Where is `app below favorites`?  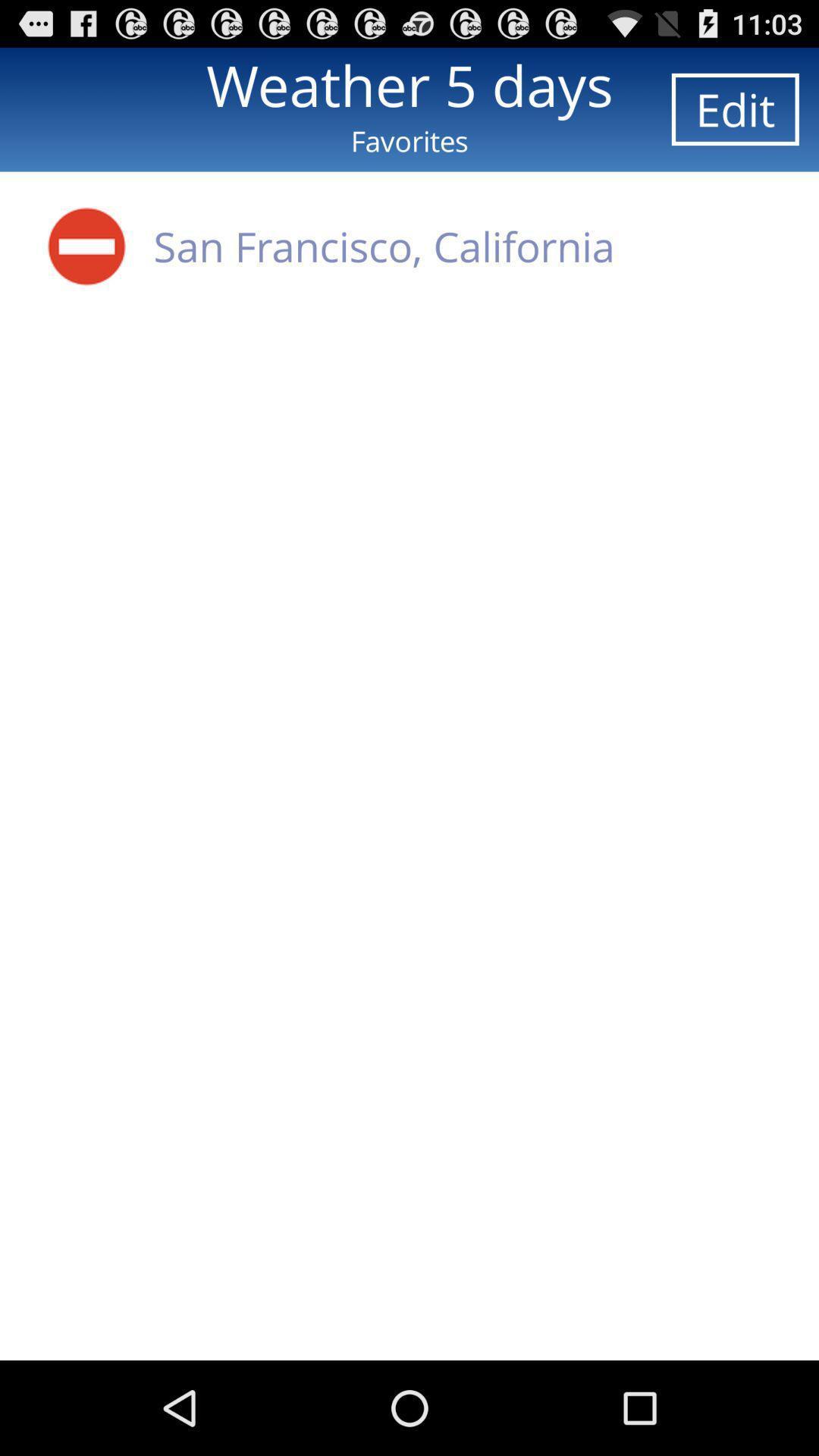 app below favorites is located at coordinates (86, 246).